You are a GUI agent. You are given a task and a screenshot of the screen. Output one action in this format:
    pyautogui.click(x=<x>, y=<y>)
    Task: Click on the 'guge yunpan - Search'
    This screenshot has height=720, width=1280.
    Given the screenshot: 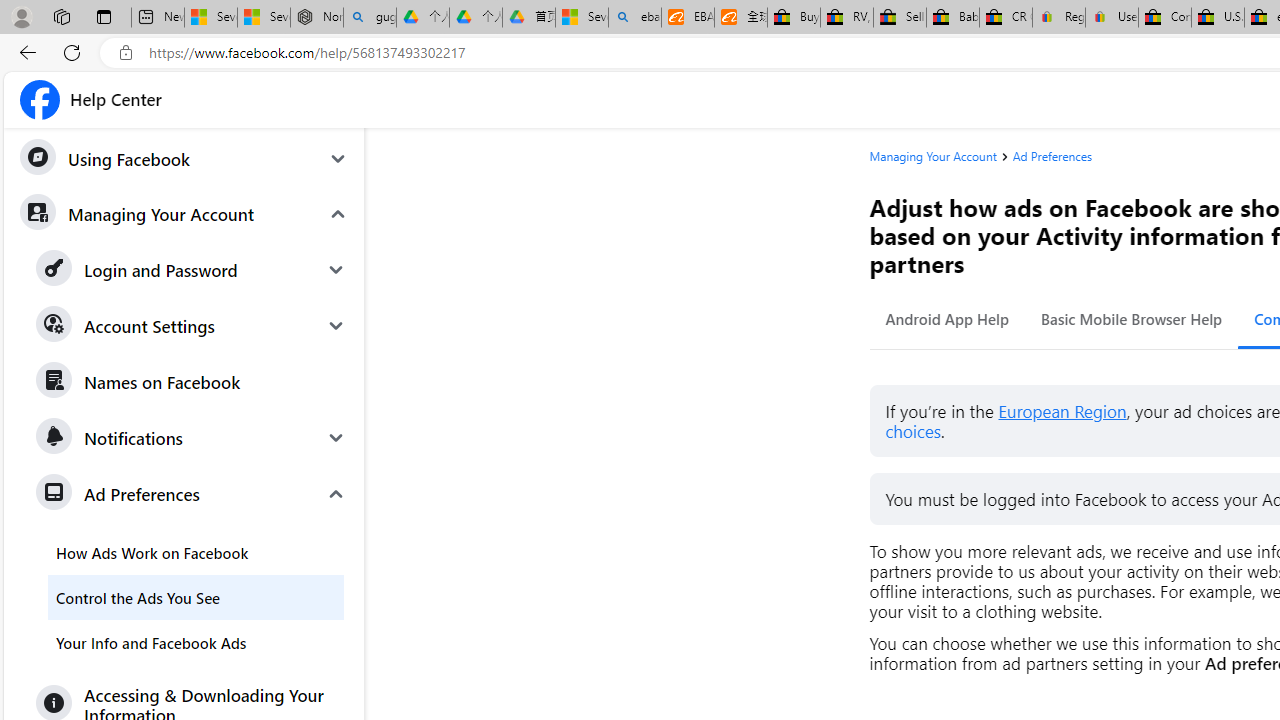 What is the action you would take?
    pyautogui.click(x=369, y=17)
    